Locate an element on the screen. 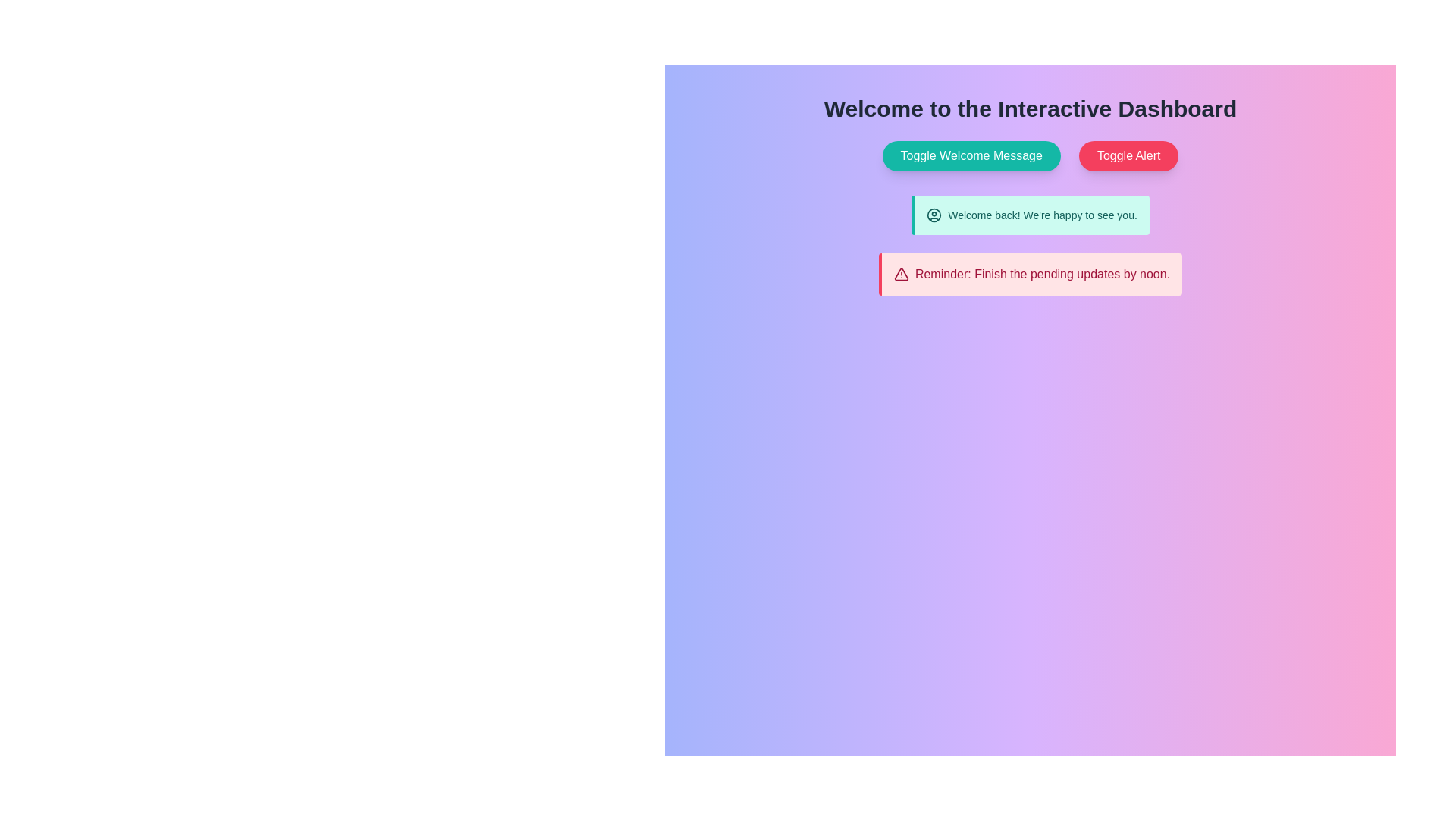 The width and height of the screenshot is (1456, 819). the red triangular alert icon located to the left of the notification box that reads 'Reminder: Finish the pending updates by noon.' is located at coordinates (901, 275).